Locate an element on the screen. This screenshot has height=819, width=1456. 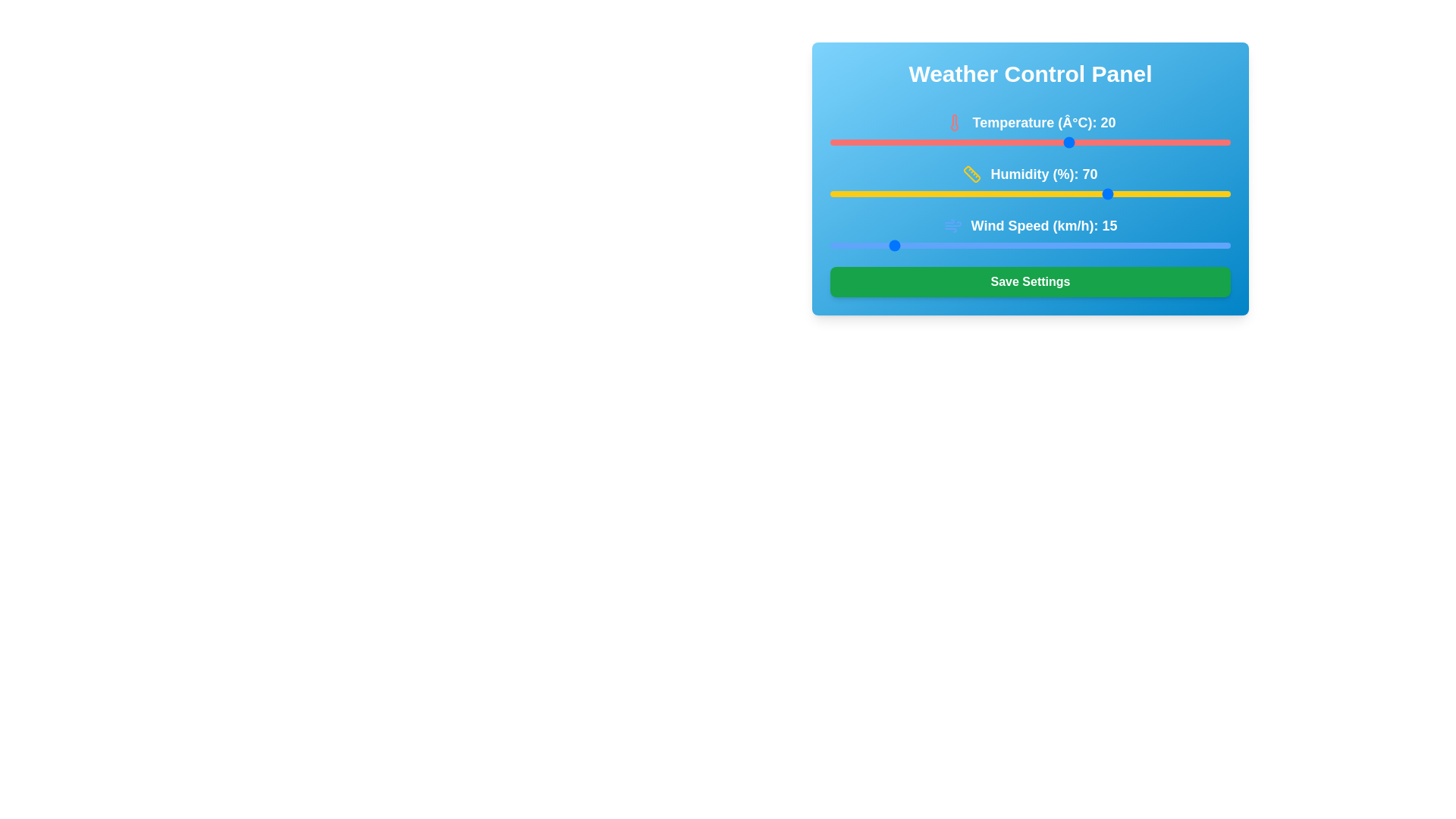
the humidity slider is located at coordinates (1106, 193).